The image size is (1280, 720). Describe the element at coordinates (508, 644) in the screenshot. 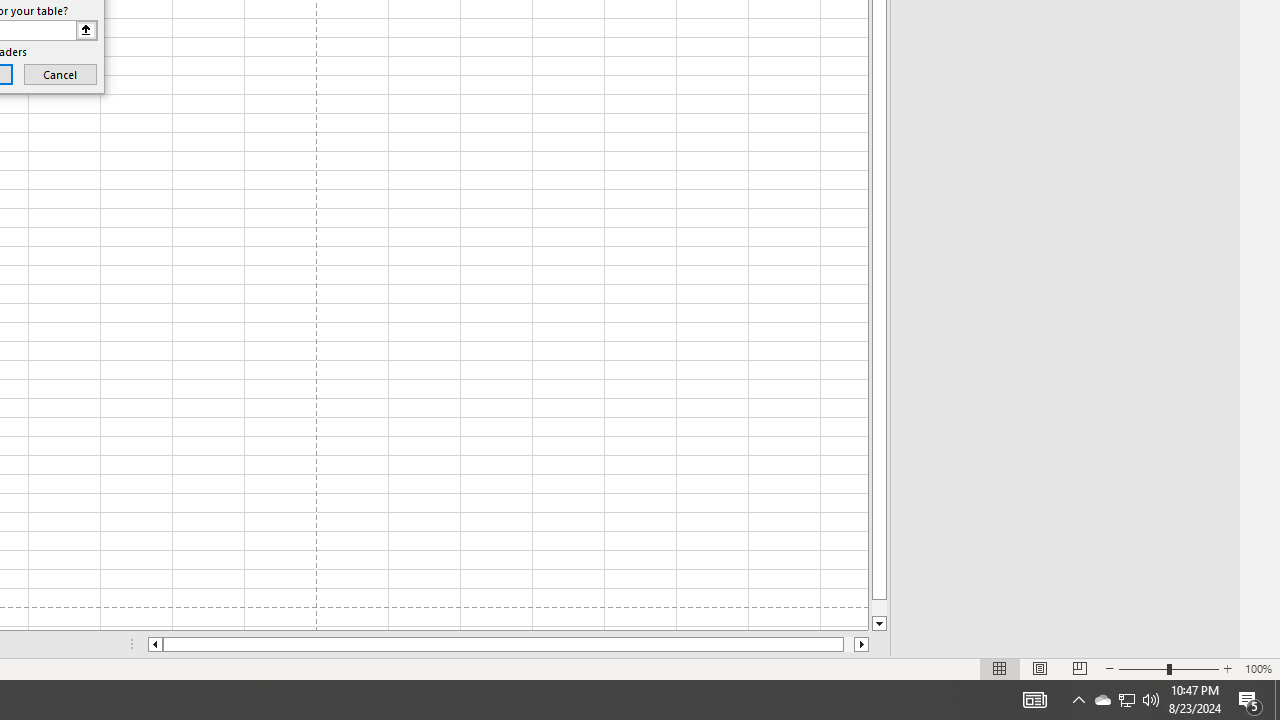

I see `'Class: NetUIScrollBar'` at that location.